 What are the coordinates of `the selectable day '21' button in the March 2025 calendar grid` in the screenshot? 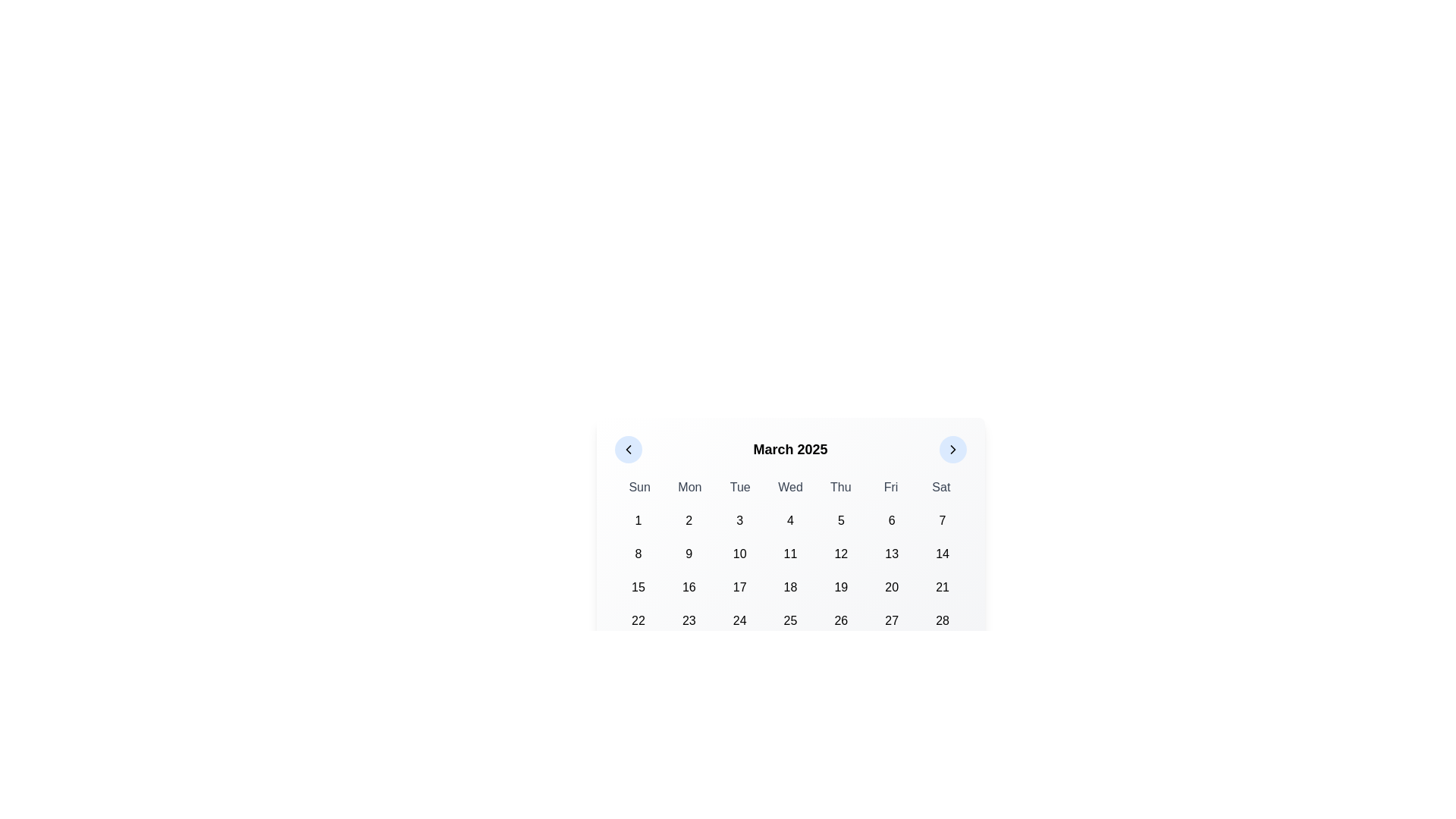 It's located at (942, 587).